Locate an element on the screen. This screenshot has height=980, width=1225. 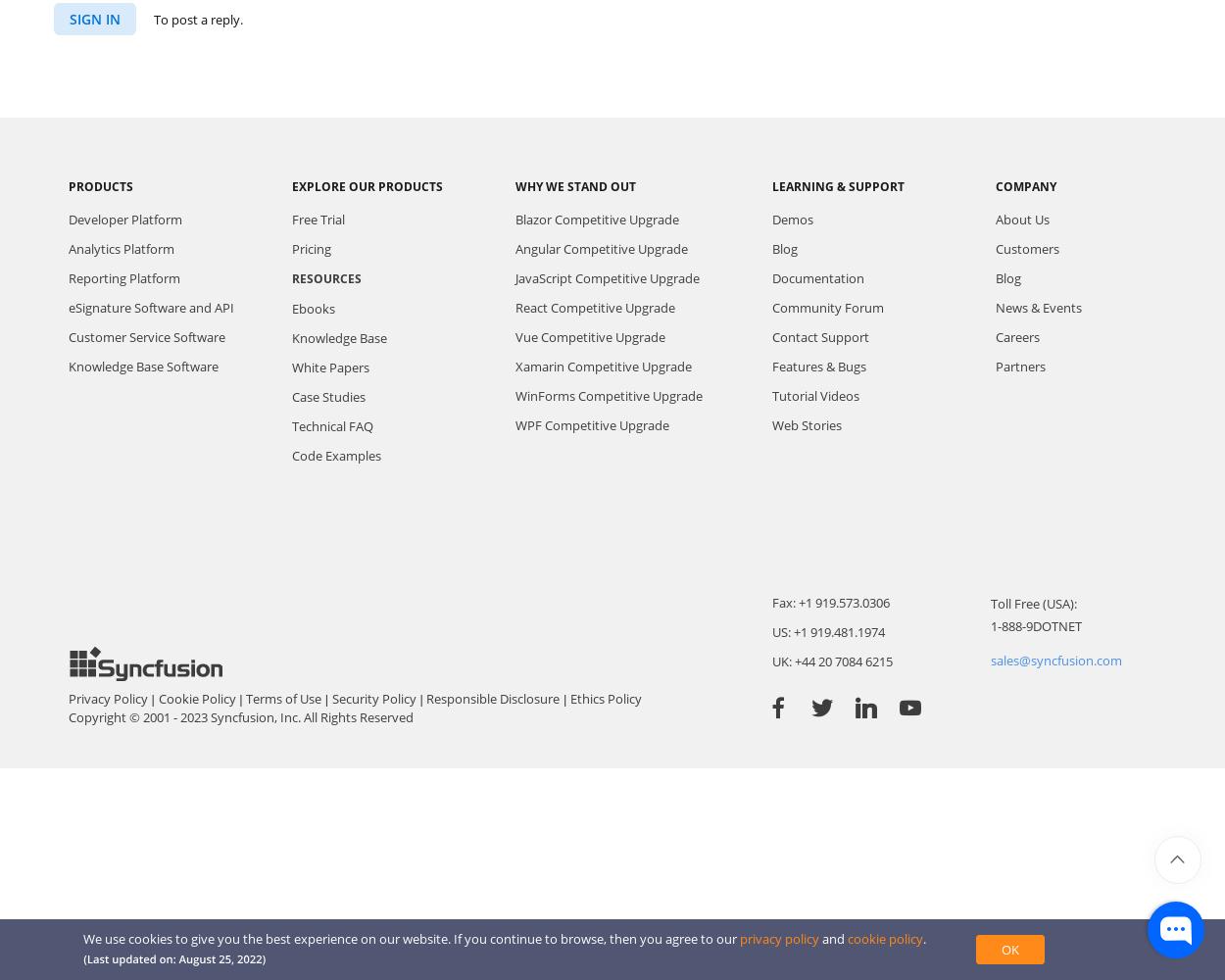
'Community Forum' is located at coordinates (772, 307).